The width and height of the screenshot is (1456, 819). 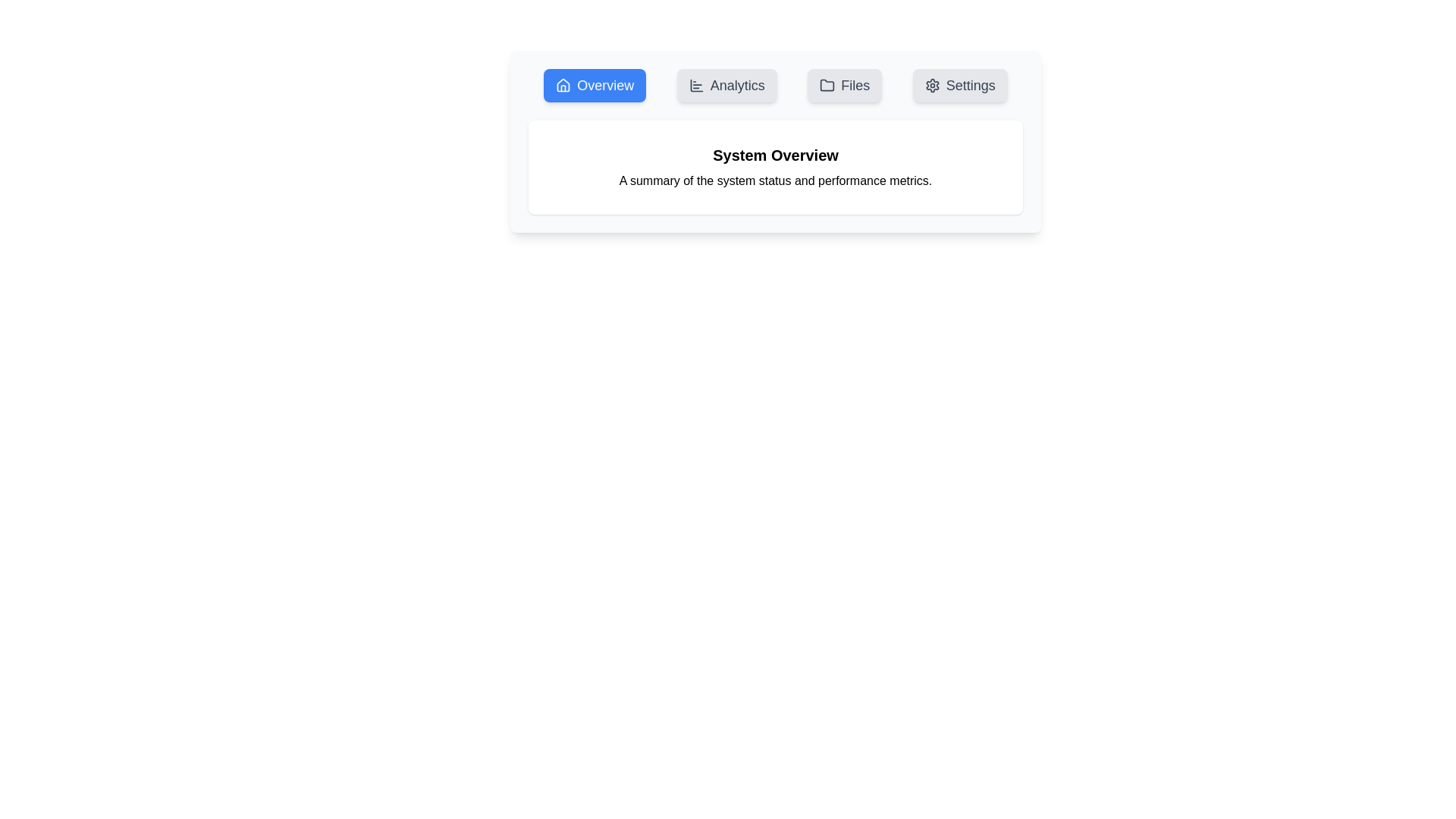 What do you see at coordinates (604, 85) in the screenshot?
I see `the 'Overview' label in the navigation button, which is displayed in white on a blue background and is the first item in the horizontal menu` at bounding box center [604, 85].